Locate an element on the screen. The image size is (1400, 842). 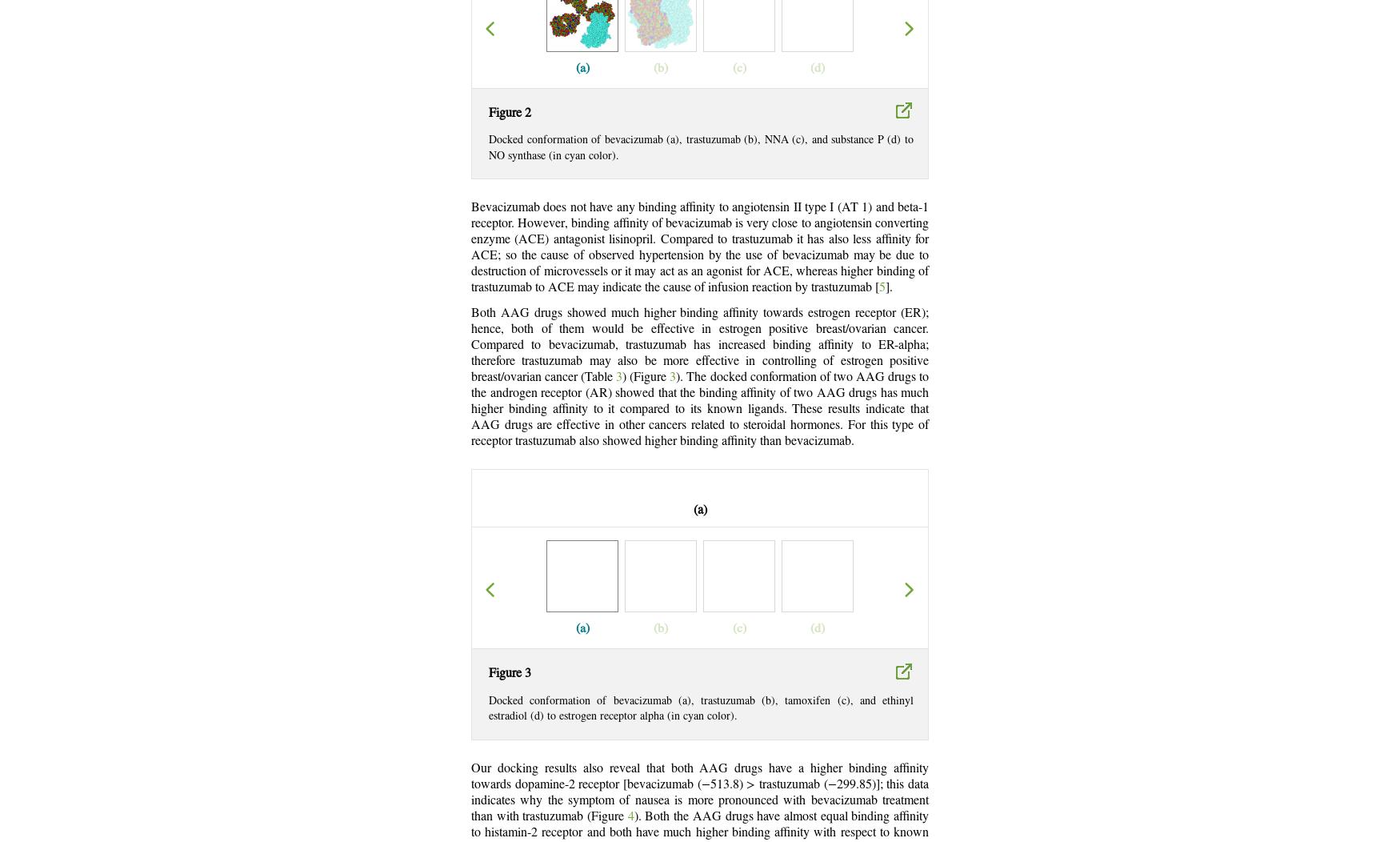
'Both AAG drugs showed much higher binding affinity towards estrogen receptor (ER); hence, both of them would be effective in estrogen positive breast/ovarian cancer. Compared to bevacizumab, trastuzumab has increased binding affinity to ER-alpha; therefore trastuzumab may also be more effective in controlling of estrogen positive breast/ovarian cancer (Table' is located at coordinates (700, 344).